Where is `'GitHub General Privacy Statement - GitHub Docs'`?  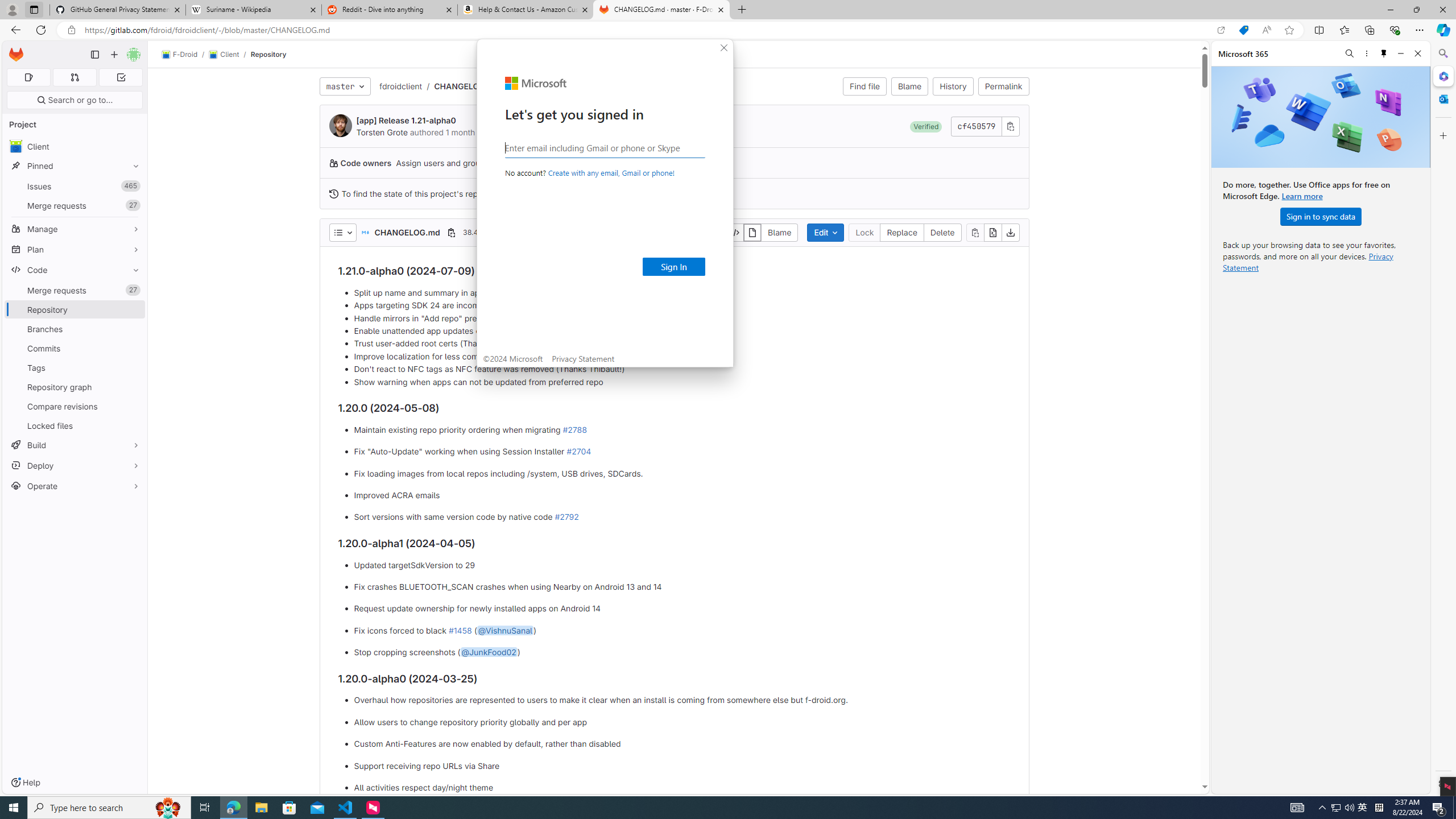 'GitHub General Privacy Statement - GitHub Docs' is located at coordinates (118, 9).